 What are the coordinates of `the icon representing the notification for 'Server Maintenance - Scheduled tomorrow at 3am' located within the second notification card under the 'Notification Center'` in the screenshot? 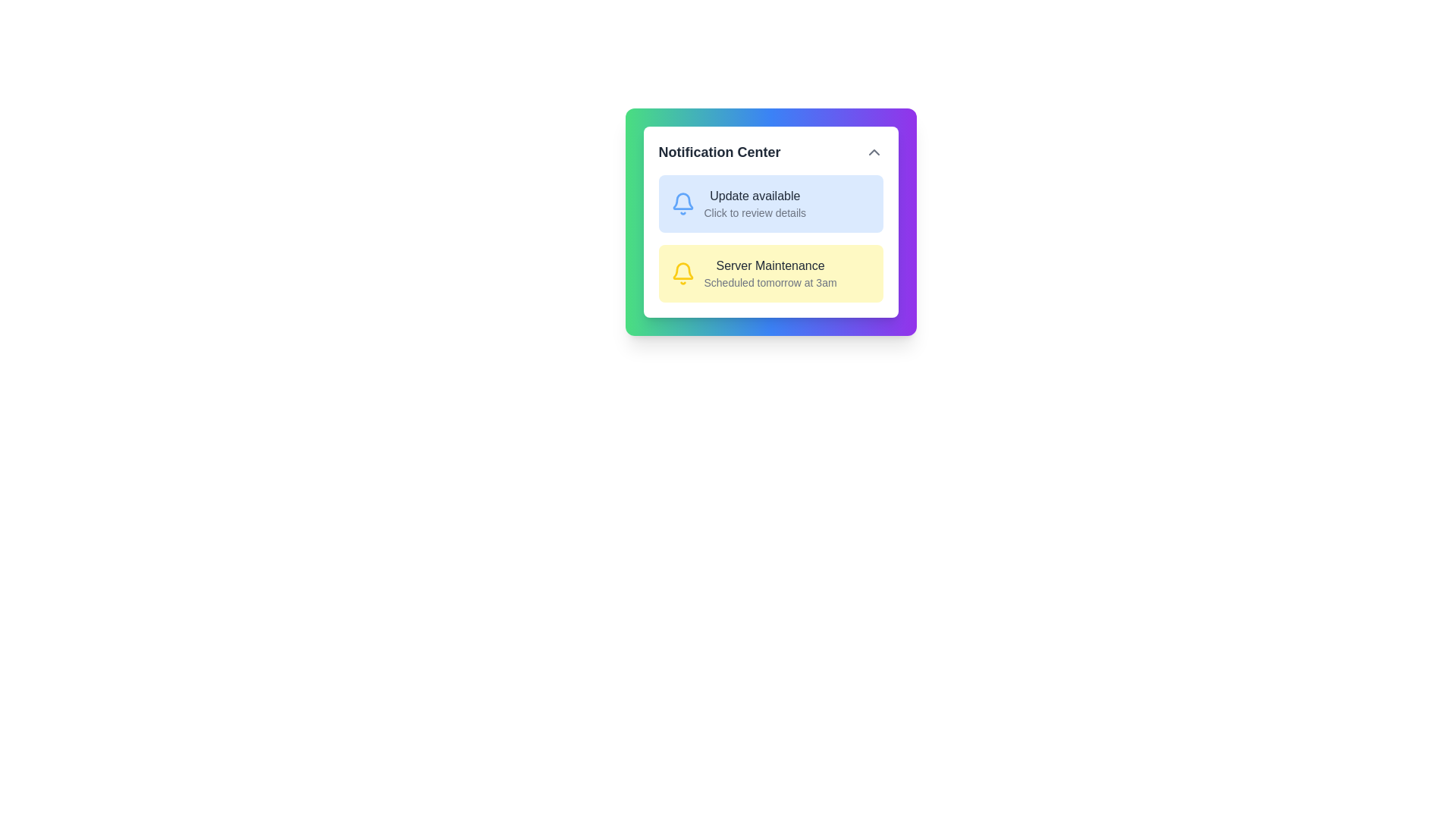 It's located at (682, 274).